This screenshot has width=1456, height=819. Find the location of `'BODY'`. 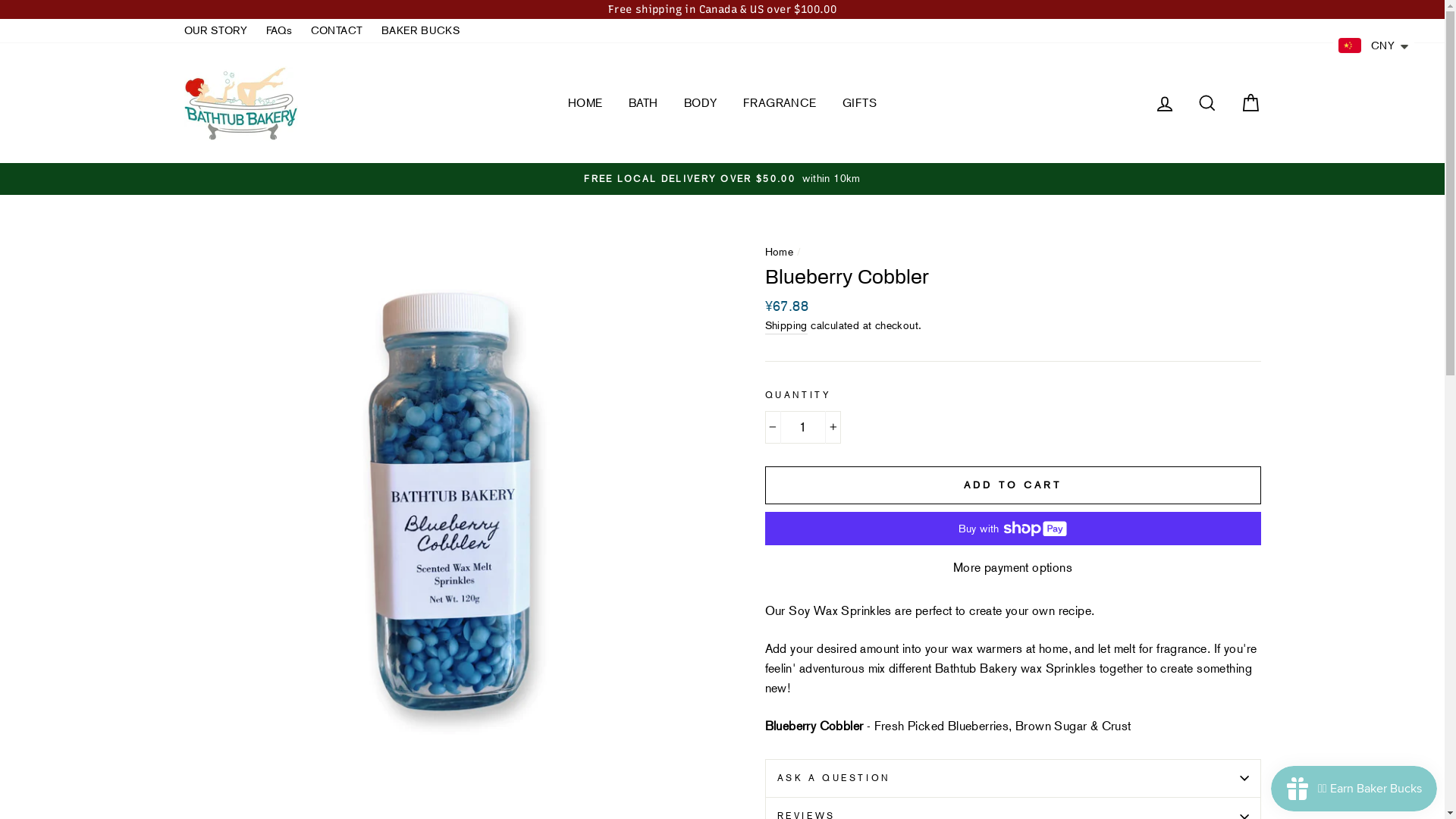

'BODY' is located at coordinates (699, 102).